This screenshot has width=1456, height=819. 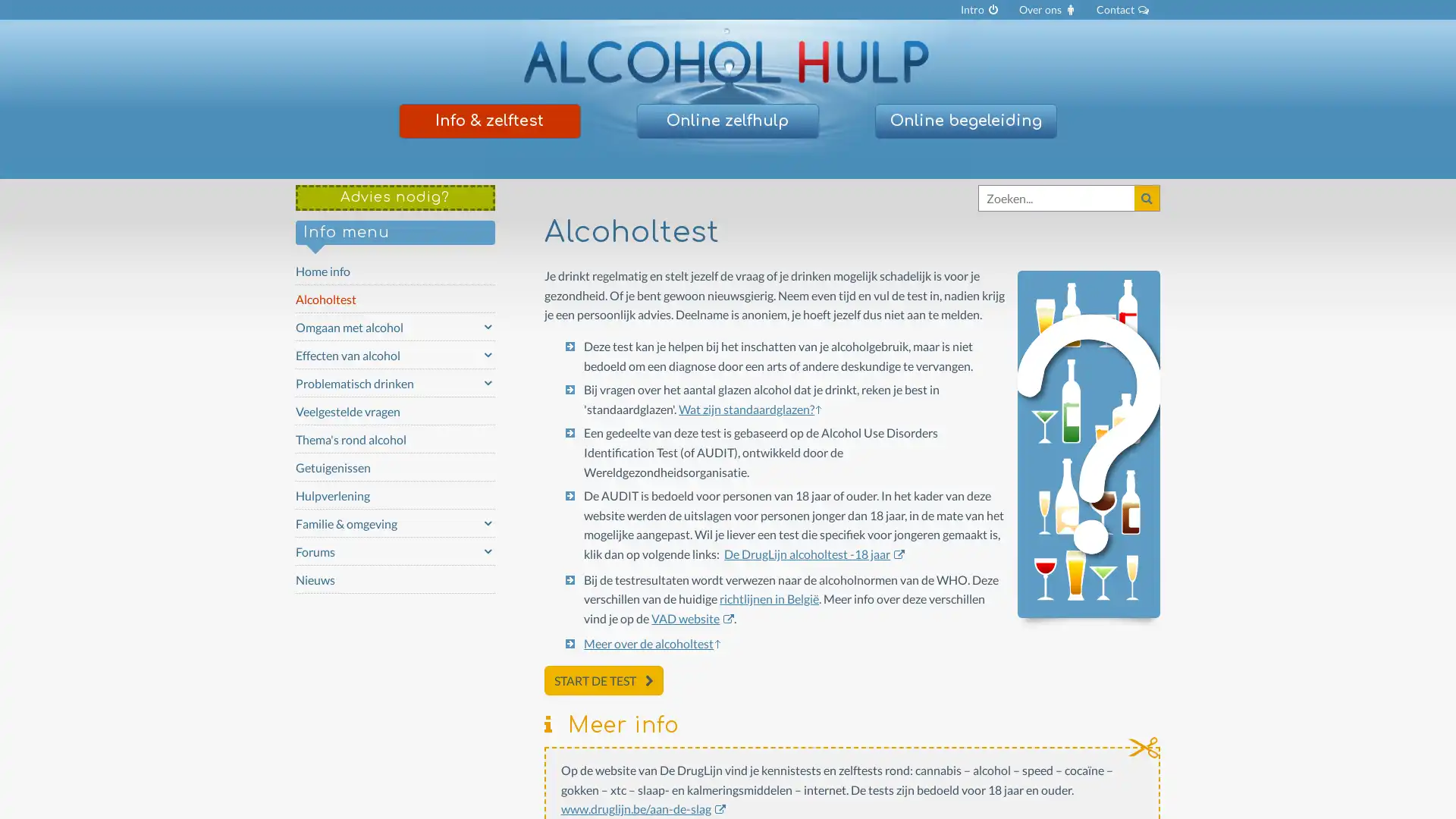 What do you see at coordinates (488, 120) in the screenshot?
I see `Info & zelftest` at bounding box center [488, 120].